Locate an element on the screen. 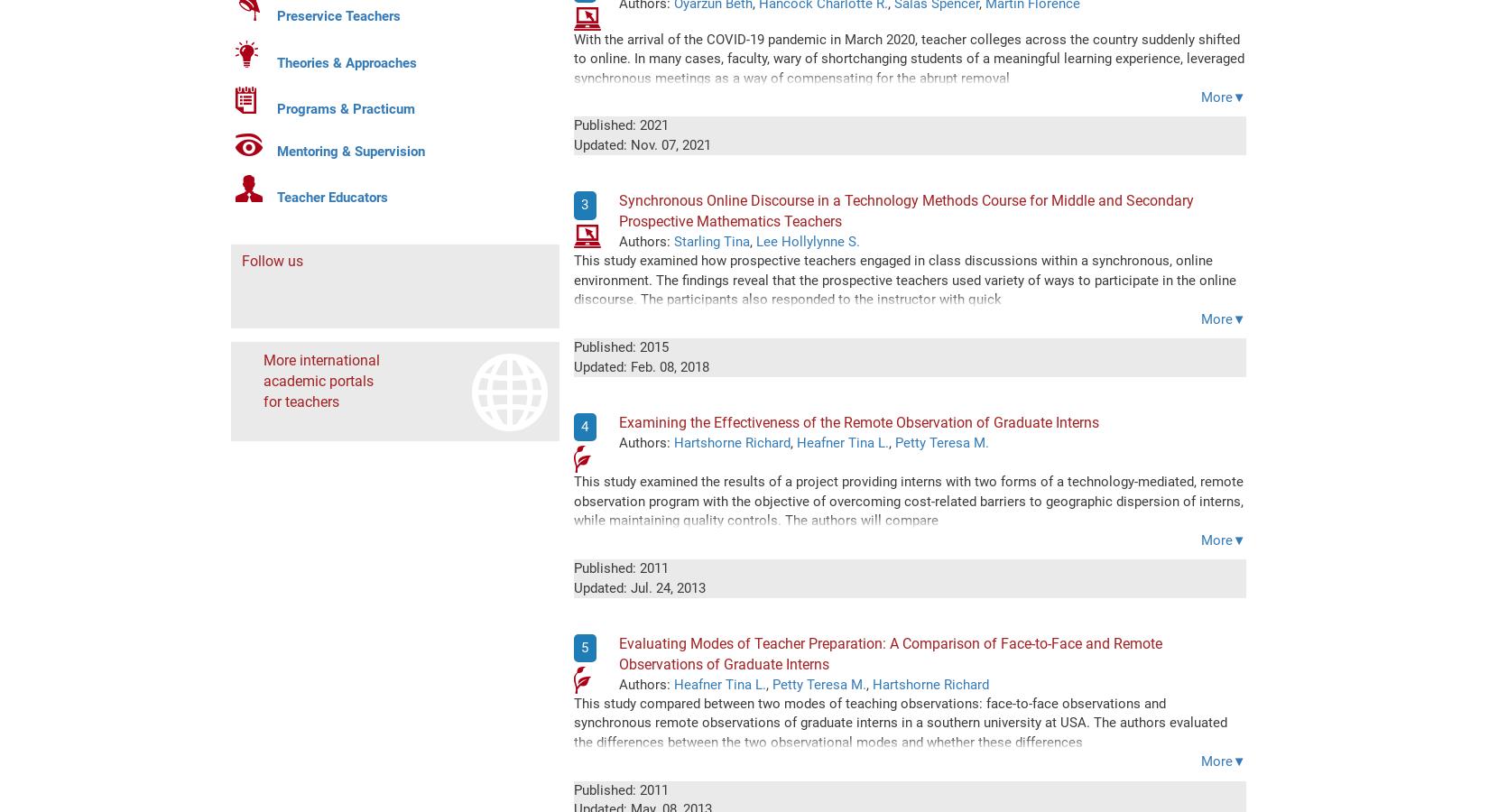  'Preservice Teachers' is located at coordinates (338, 15).